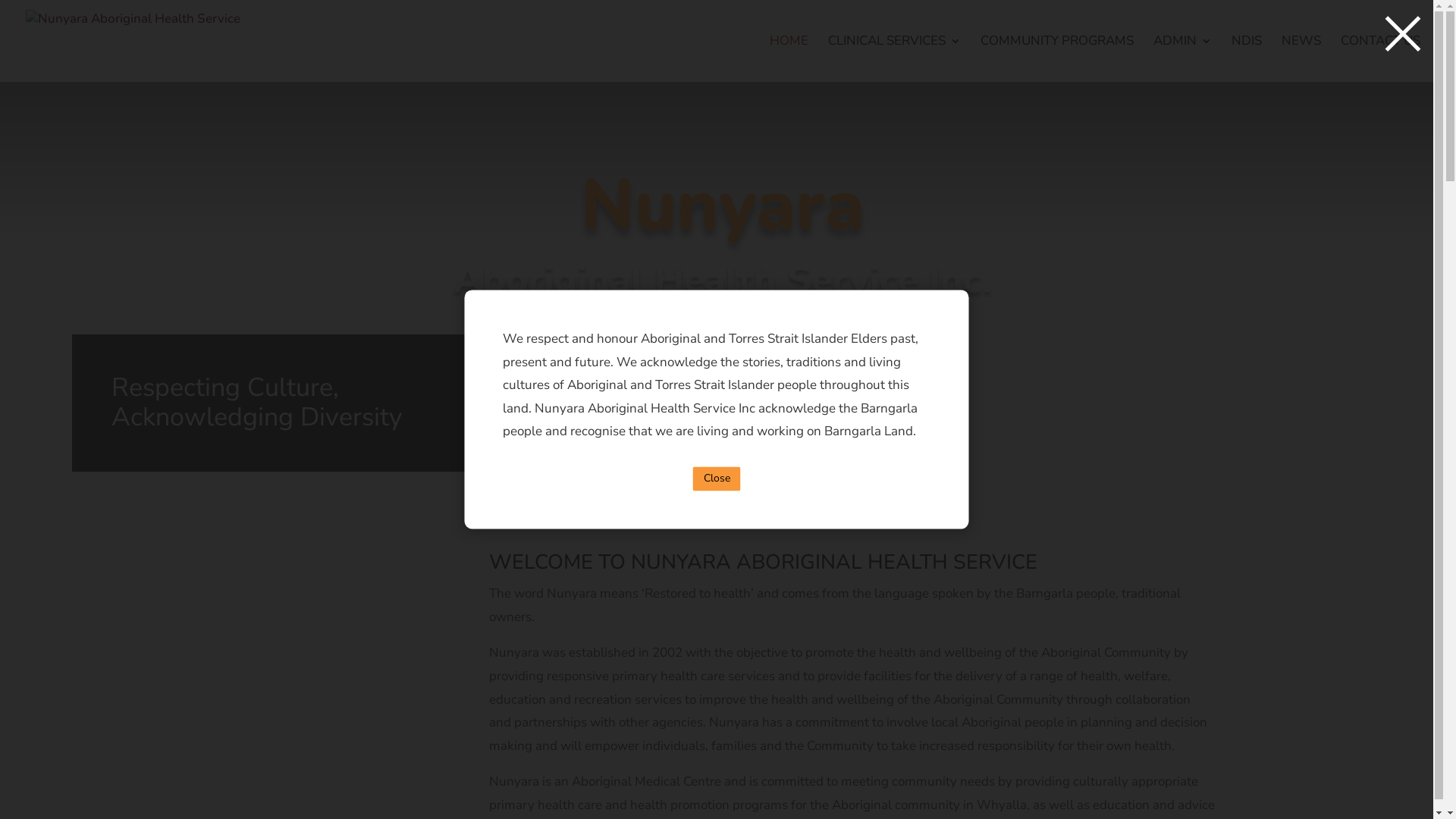 The height and width of the screenshot is (819, 1456). Describe the element at coordinates (1181, 58) in the screenshot. I see `'ADMIN'` at that location.